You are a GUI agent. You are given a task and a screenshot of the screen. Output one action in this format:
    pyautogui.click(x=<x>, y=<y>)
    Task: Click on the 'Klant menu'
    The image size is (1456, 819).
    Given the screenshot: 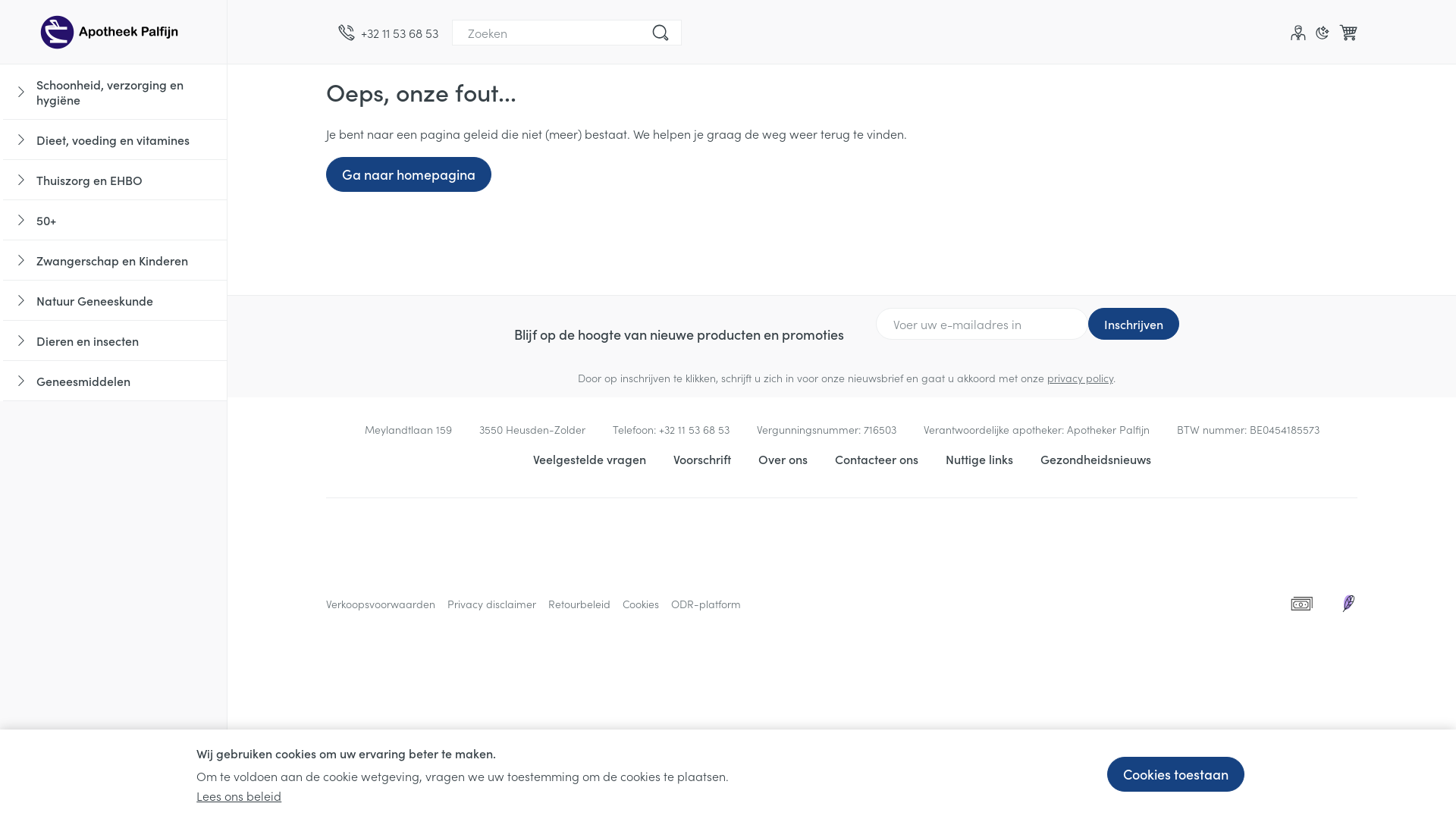 What is the action you would take?
    pyautogui.click(x=1298, y=32)
    